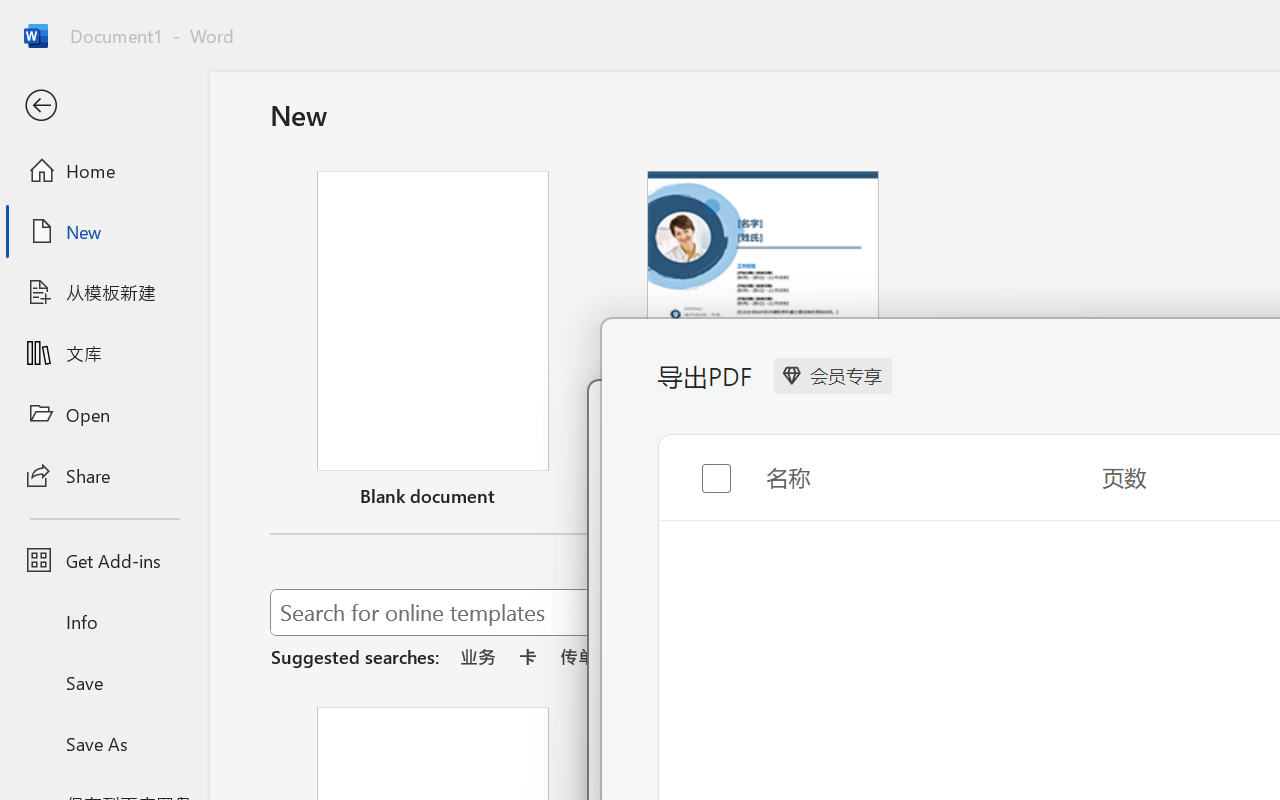 Image resolution: width=1280 pixels, height=800 pixels. Describe the element at coordinates (103, 560) in the screenshot. I see `'Get Add-ins'` at that location.